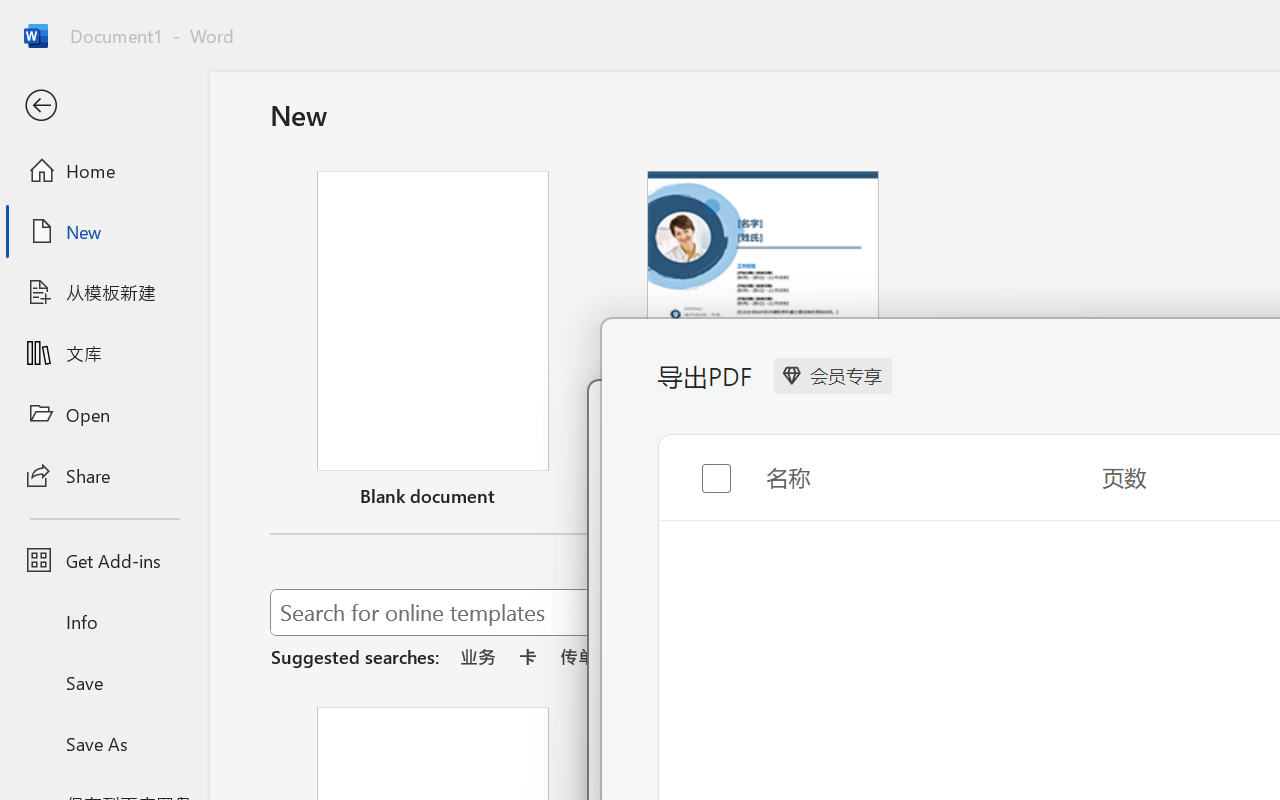 Image resolution: width=1280 pixels, height=800 pixels. Describe the element at coordinates (103, 560) in the screenshot. I see `'Get Add-ins'` at that location.